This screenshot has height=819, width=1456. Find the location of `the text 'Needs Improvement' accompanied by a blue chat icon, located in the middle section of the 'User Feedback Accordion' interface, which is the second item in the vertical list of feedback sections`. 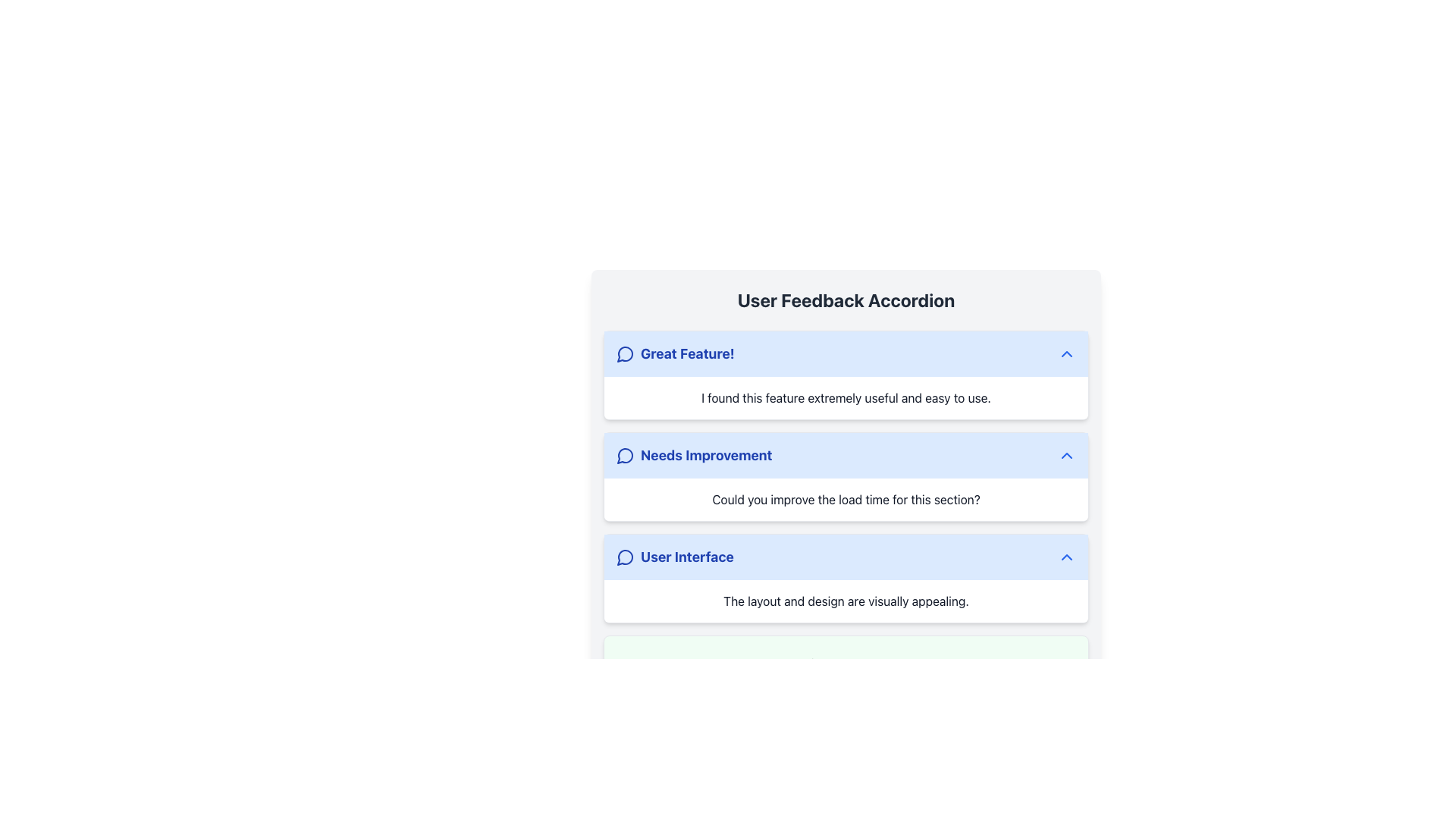

the text 'Needs Improvement' accompanied by a blue chat icon, located in the middle section of the 'User Feedback Accordion' interface, which is the second item in the vertical list of feedback sections is located at coordinates (693, 455).